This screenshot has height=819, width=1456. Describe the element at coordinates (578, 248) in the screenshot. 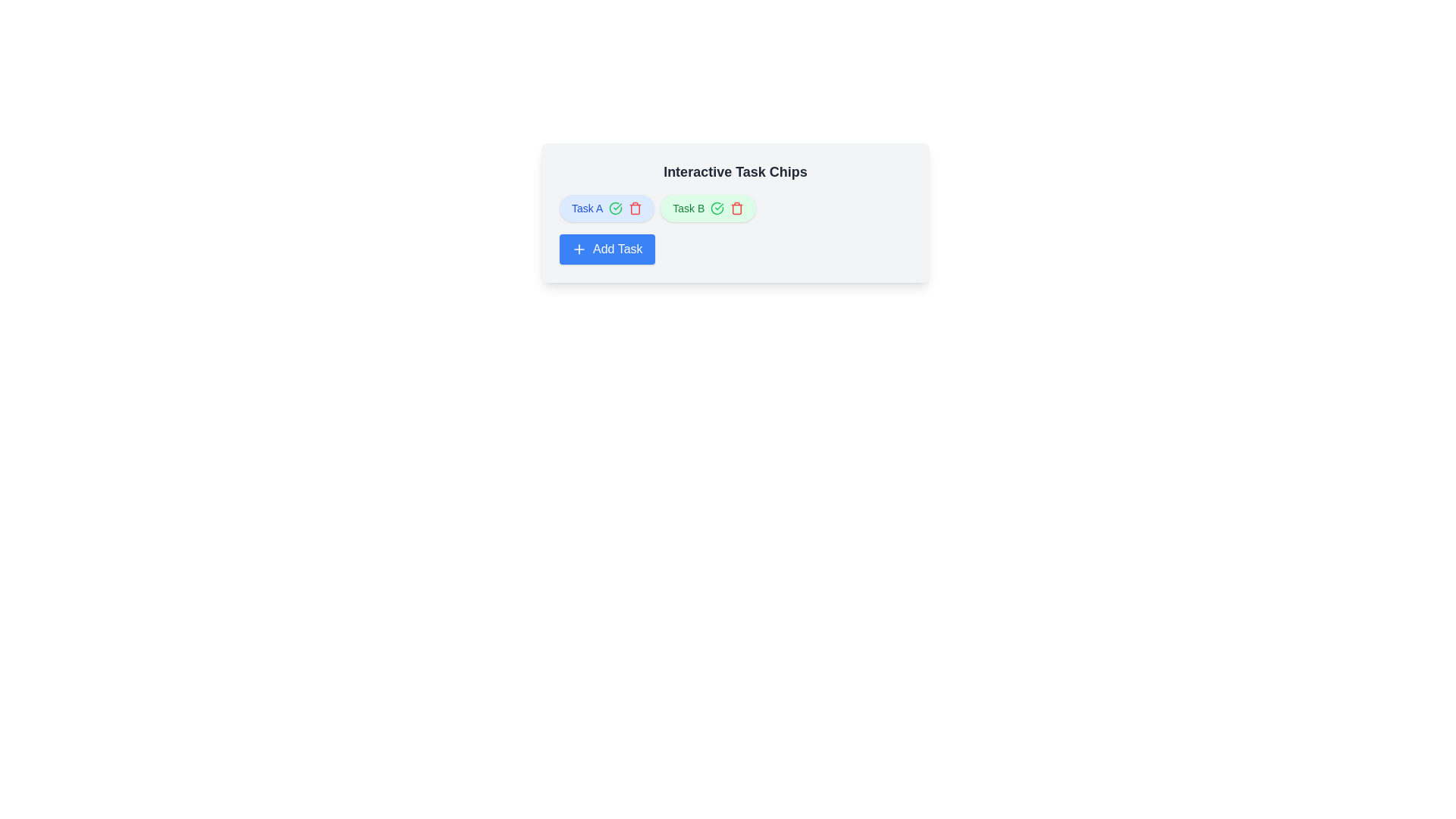

I see `the 'Add Task' button by clicking on the small 'plus' sign icon located to its left` at that location.